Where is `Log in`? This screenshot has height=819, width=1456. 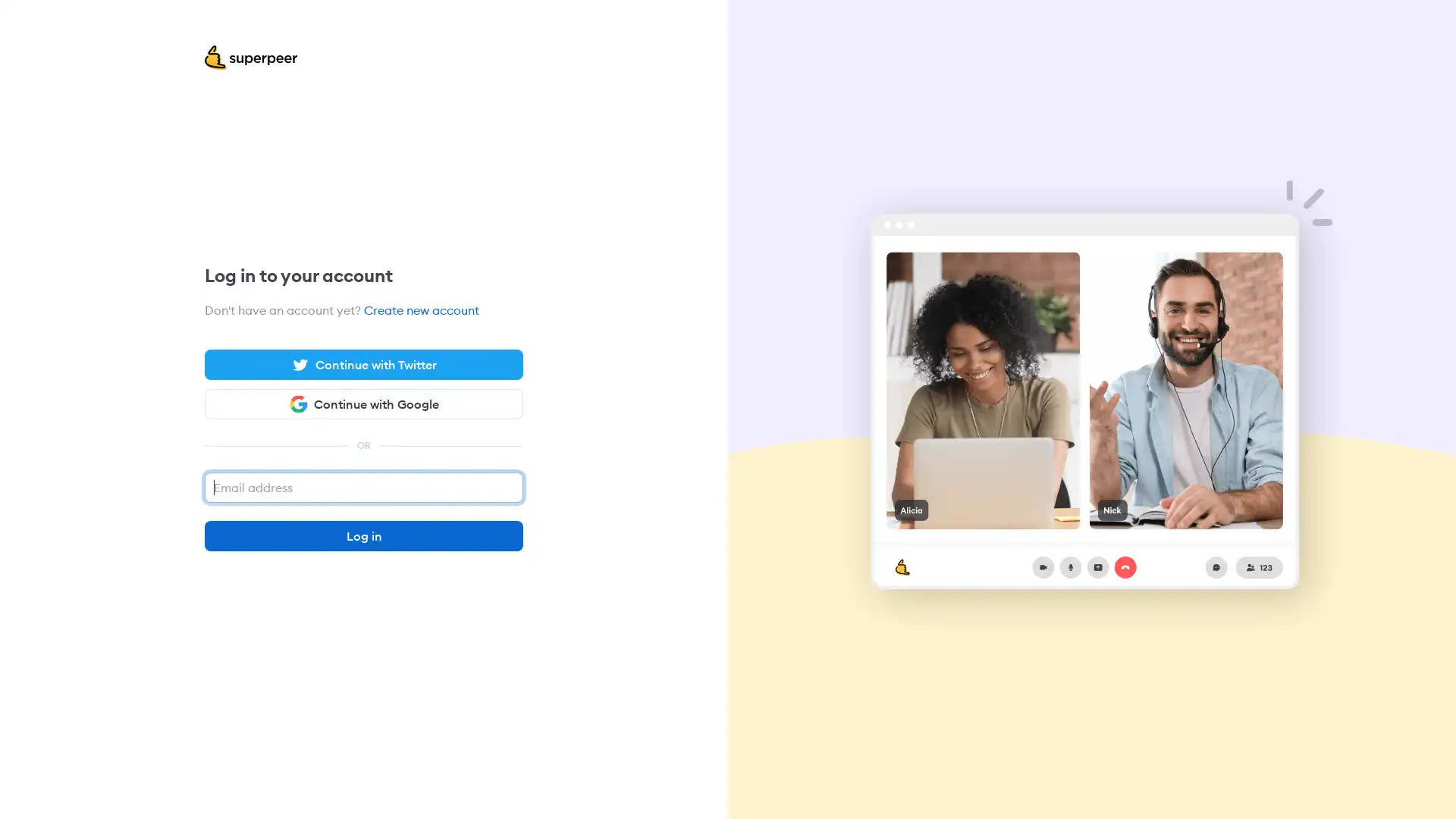 Log in is located at coordinates (364, 535).